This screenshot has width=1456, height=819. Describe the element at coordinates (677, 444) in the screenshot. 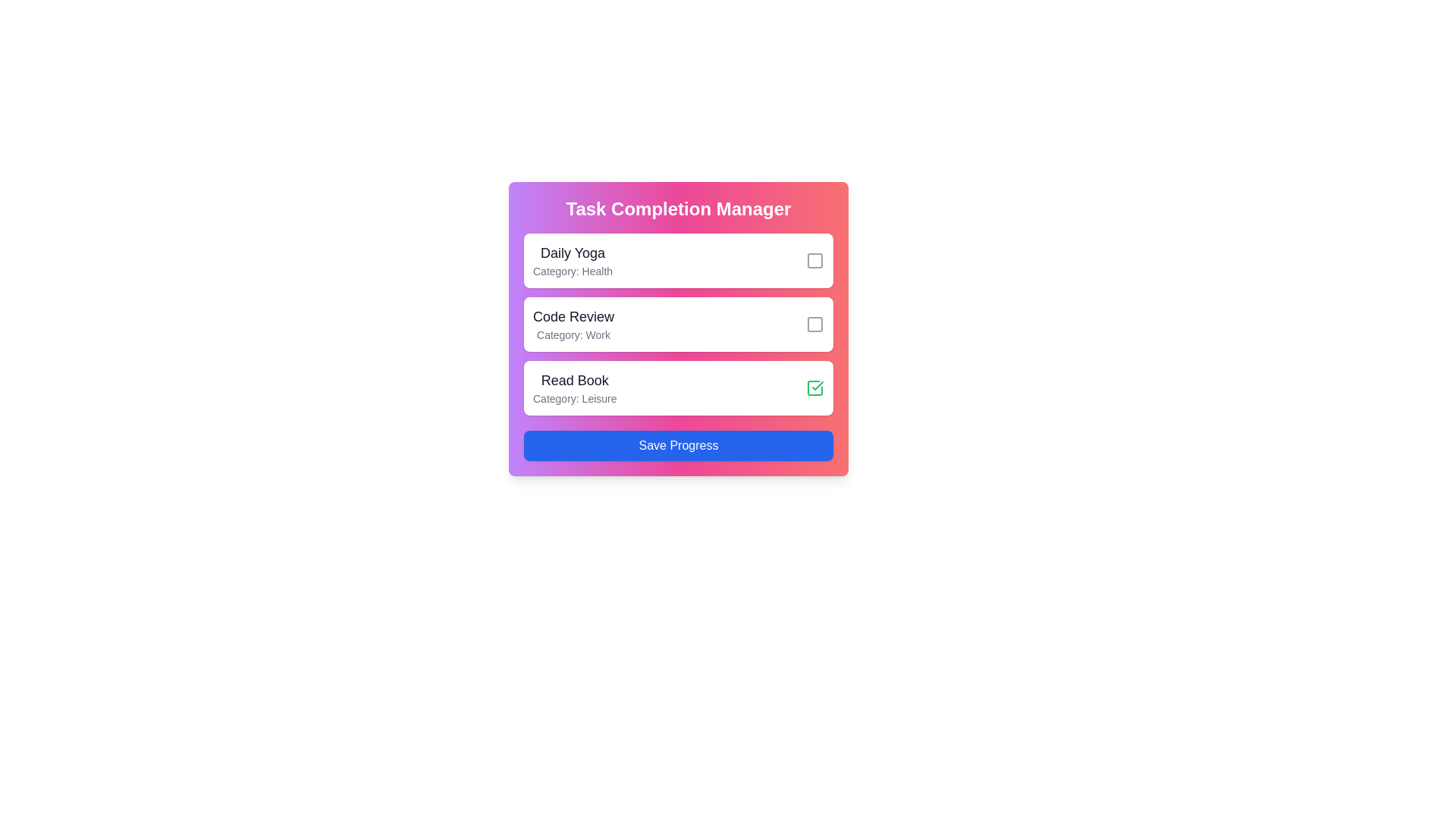

I see `the 'Save Progress' button to save the current task completion state` at that location.